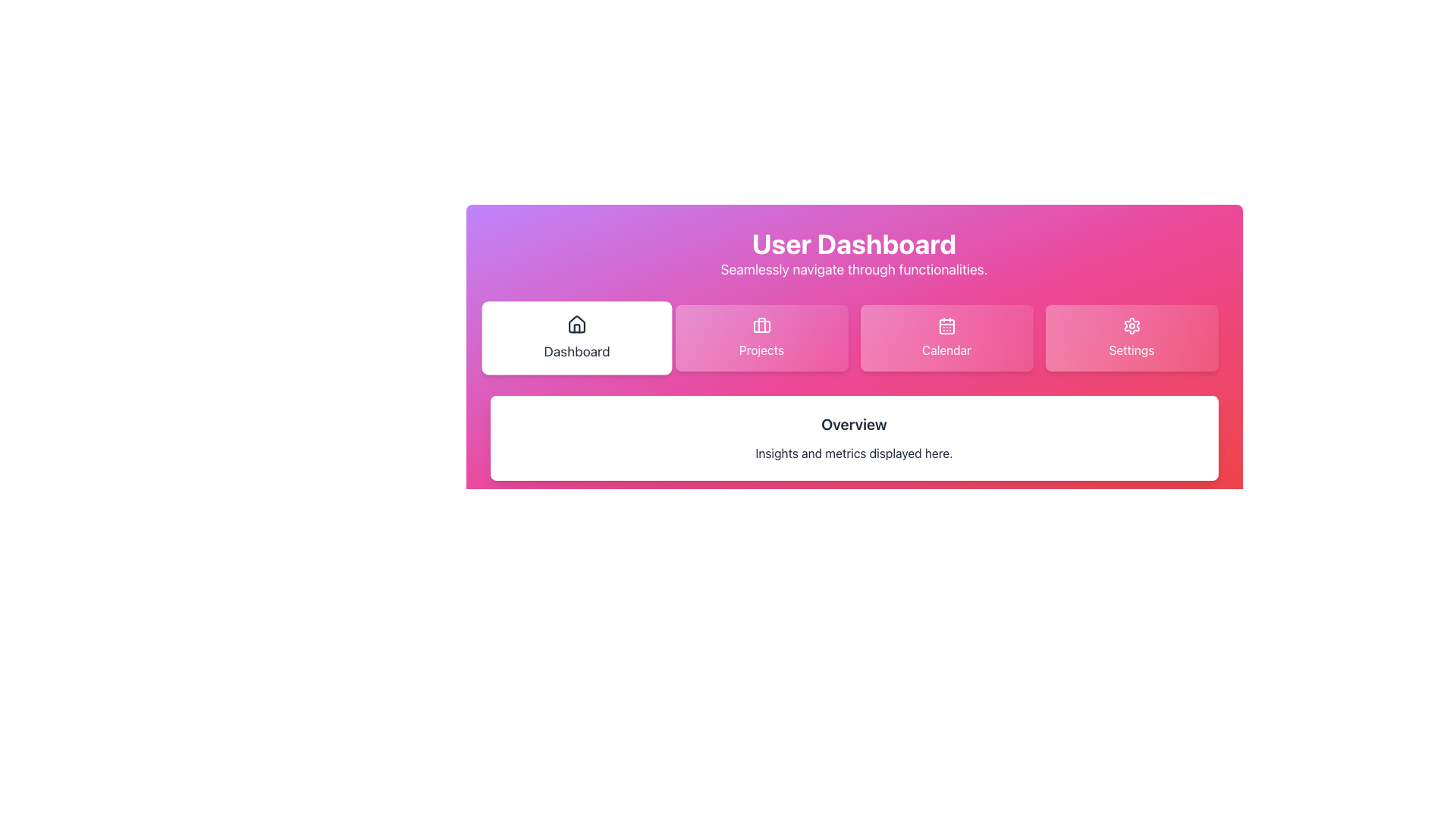  What do you see at coordinates (761, 337) in the screenshot?
I see `the button with a pink gradient background featuring a briefcase icon and the text 'Projects' to observe any hover-based effects` at bounding box center [761, 337].